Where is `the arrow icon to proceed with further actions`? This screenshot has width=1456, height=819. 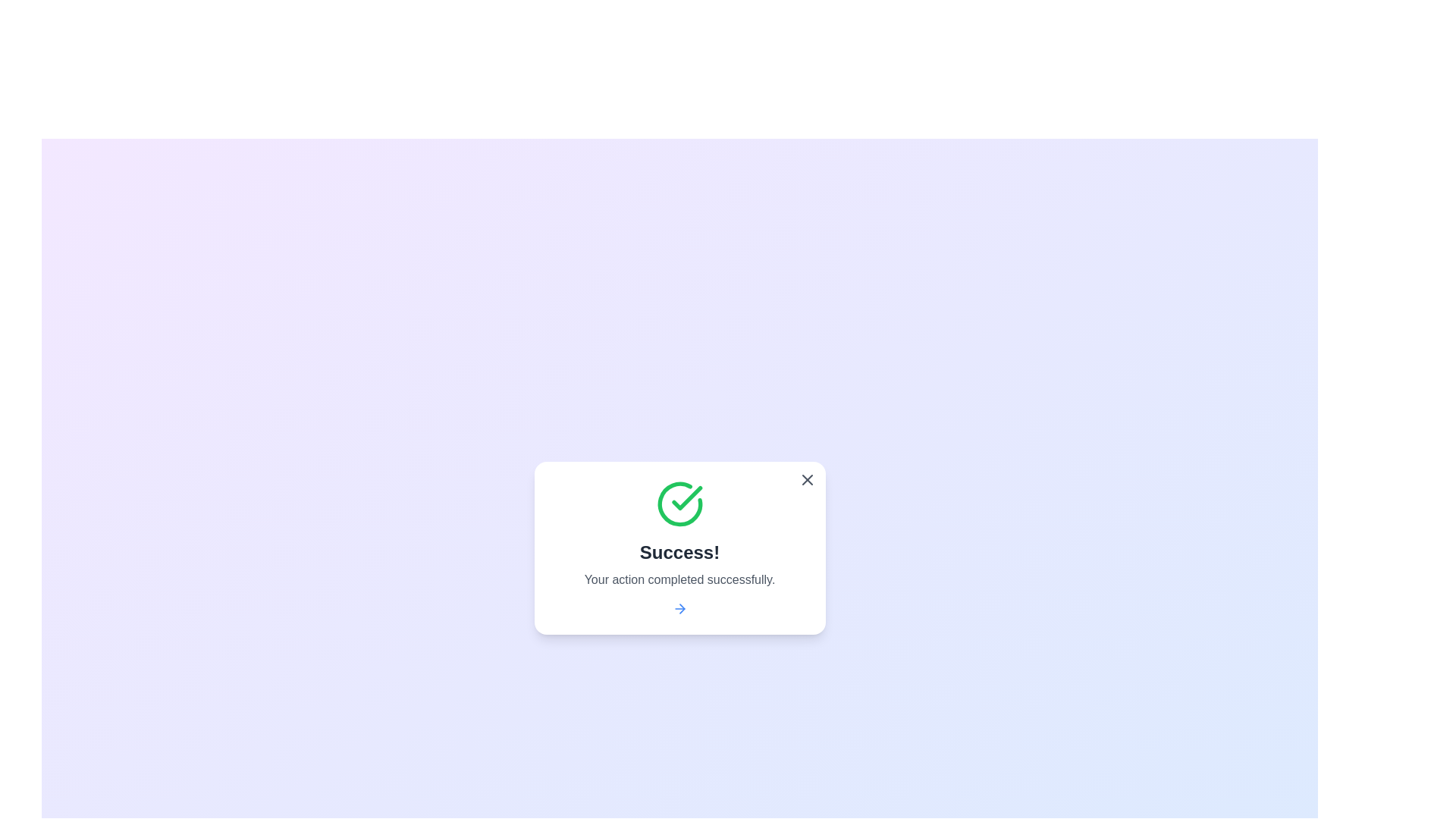 the arrow icon to proceed with further actions is located at coordinates (679, 607).